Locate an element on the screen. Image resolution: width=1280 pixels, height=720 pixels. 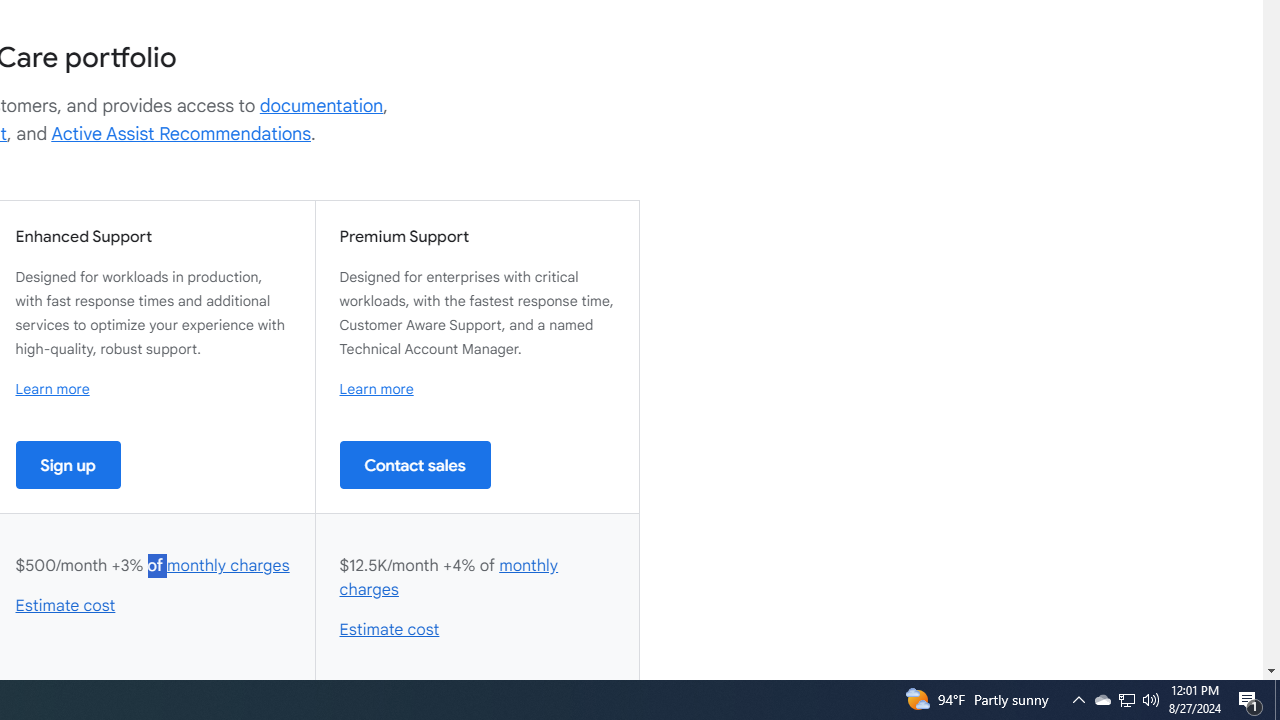
'Estimate cost' is located at coordinates (389, 630).